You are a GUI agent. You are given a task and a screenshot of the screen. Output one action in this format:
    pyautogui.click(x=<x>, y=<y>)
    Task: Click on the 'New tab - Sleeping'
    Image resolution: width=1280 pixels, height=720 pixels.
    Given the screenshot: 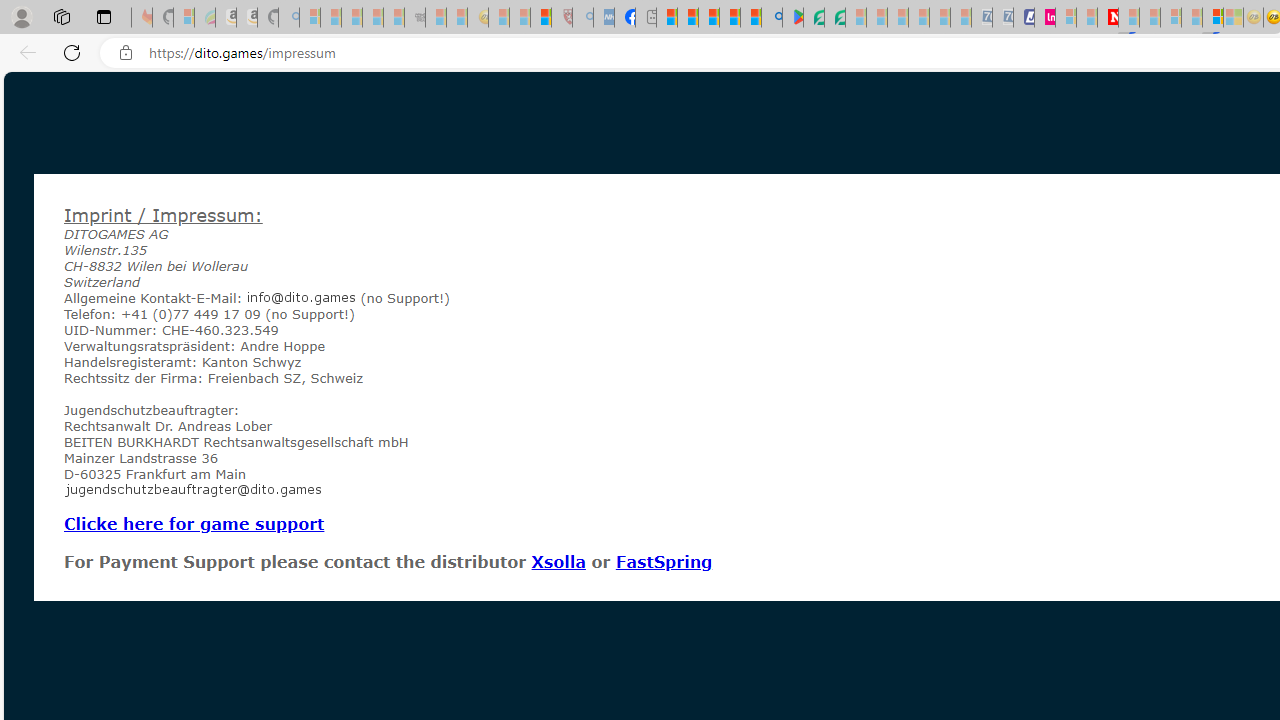 What is the action you would take?
    pyautogui.click(x=646, y=17)
    